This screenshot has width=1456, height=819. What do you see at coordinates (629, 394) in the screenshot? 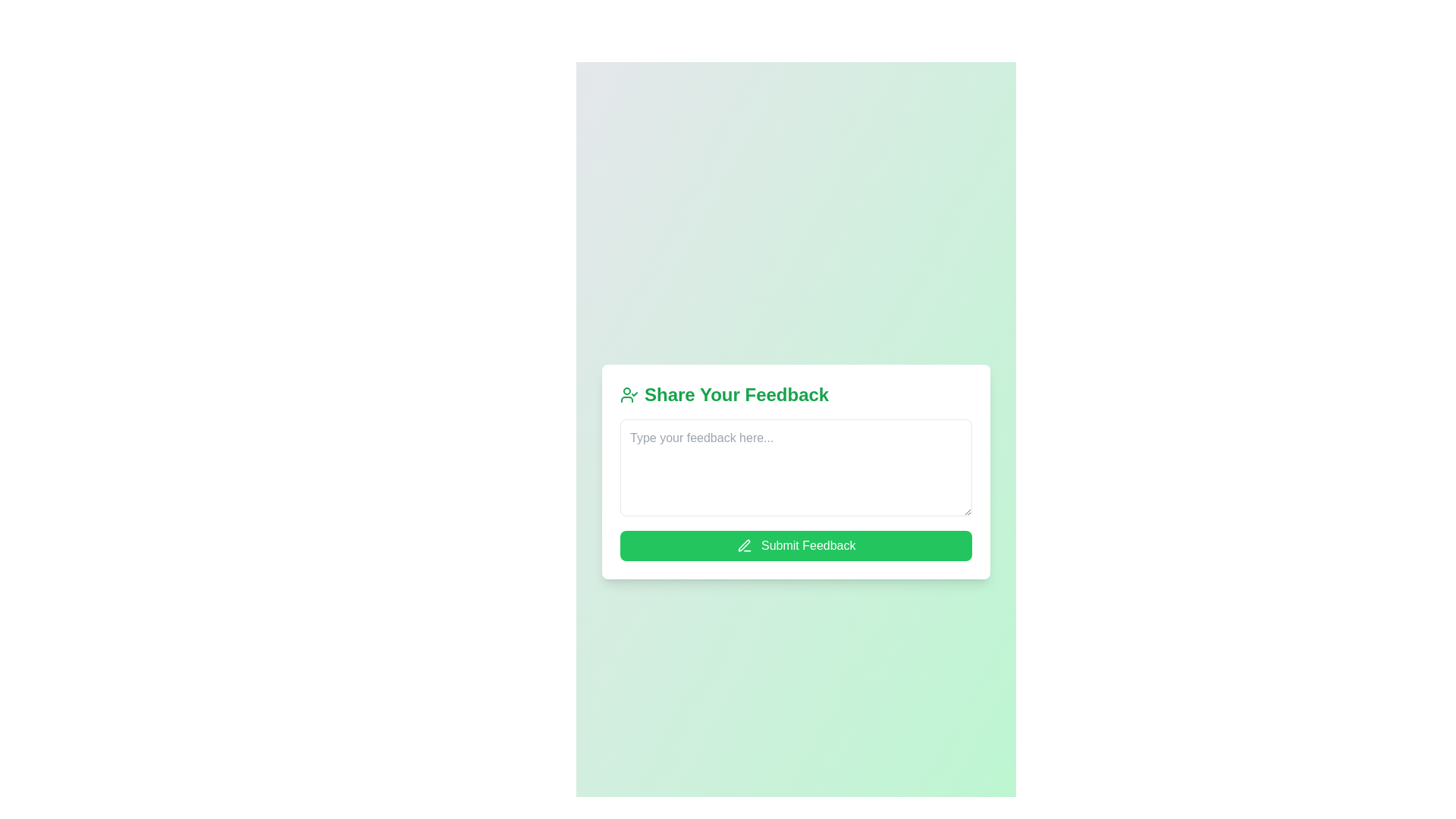
I see `the decorative icon located in the top-left corner of the feedback form, which is to the left of the 'Share Your Feedback' text` at bounding box center [629, 394].